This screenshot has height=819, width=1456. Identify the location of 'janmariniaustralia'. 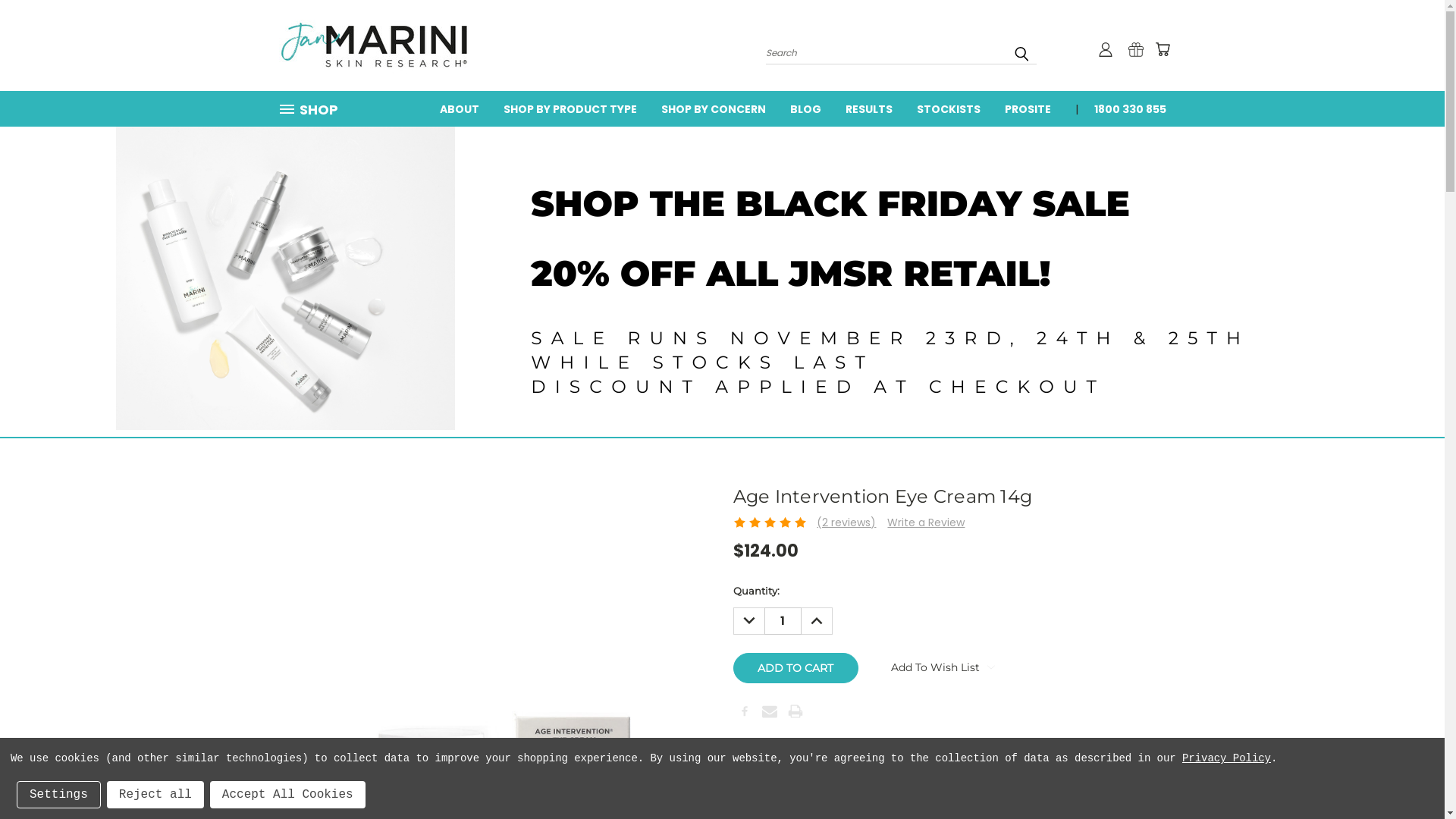
(374, 45).